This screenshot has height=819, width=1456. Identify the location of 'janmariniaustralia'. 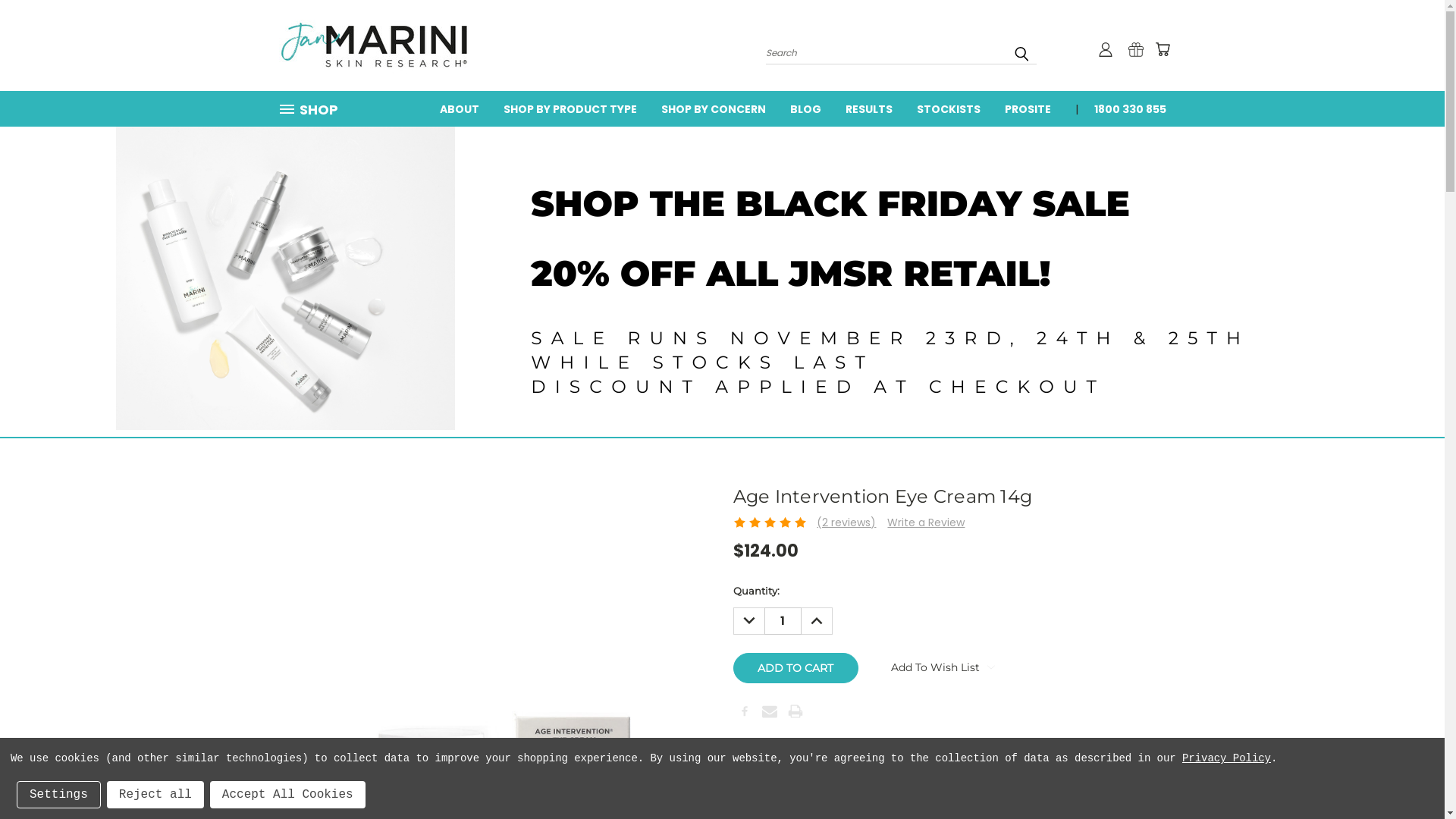
(374, 45).